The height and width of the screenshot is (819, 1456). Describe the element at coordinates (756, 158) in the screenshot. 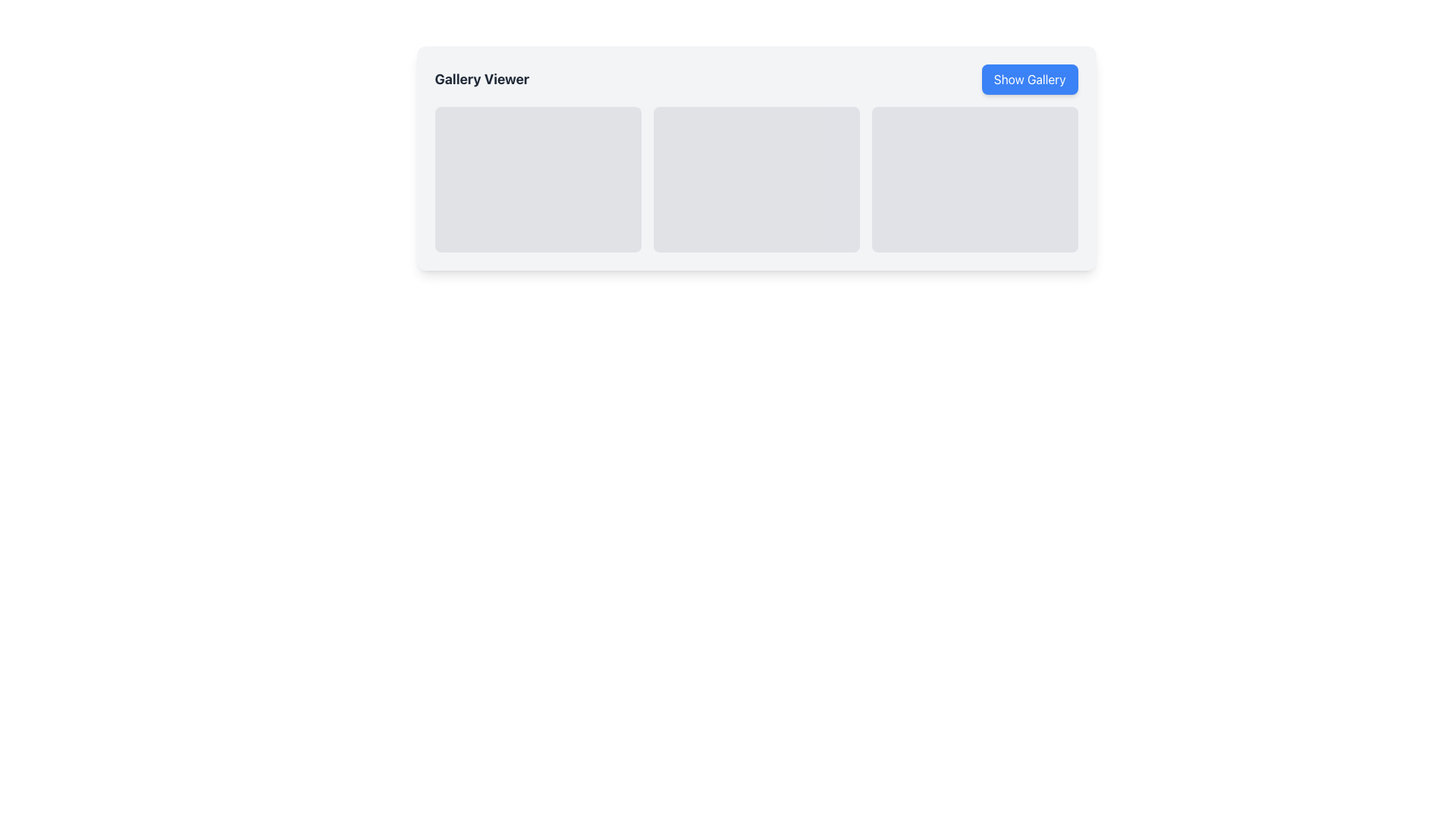

I see `the light gray rounded rectangle card located in the center of the gallery viewer section, which is the middle card of three in a row` at that location.